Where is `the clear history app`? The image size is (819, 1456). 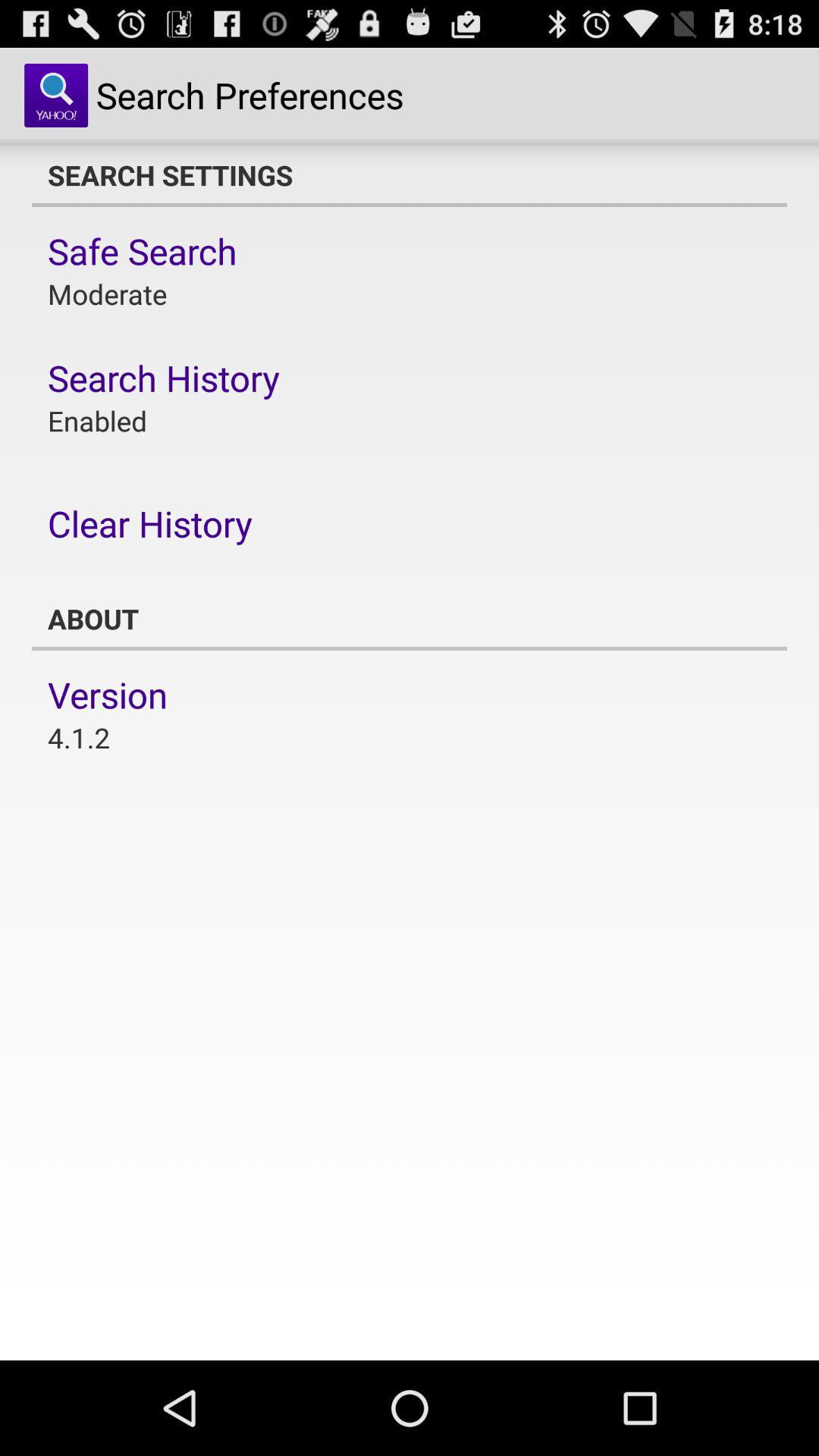
the clear history app is located at coordinates (149, 523).